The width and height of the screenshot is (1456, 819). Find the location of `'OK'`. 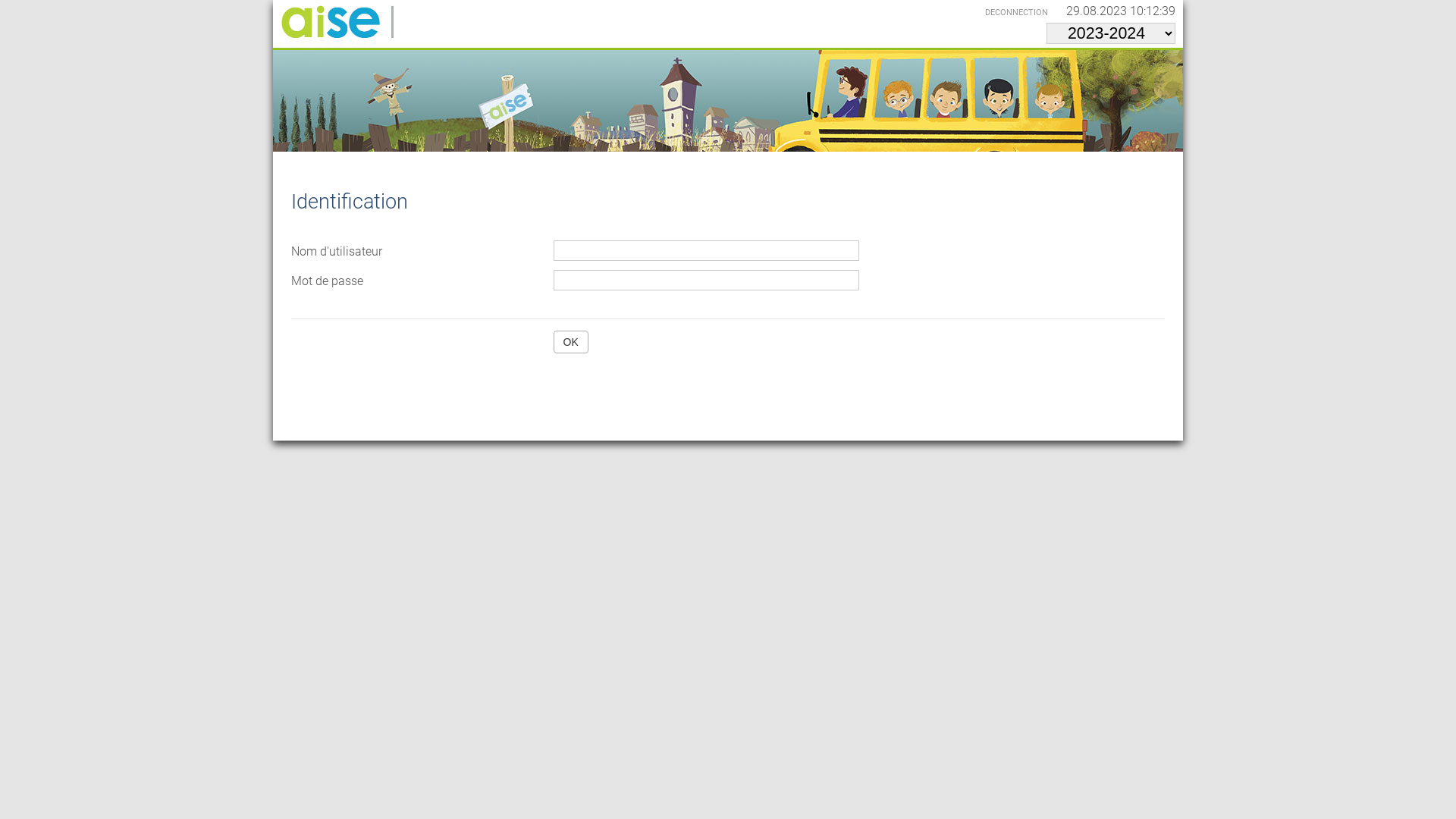

'OK' is located at coordinates (570, 342).